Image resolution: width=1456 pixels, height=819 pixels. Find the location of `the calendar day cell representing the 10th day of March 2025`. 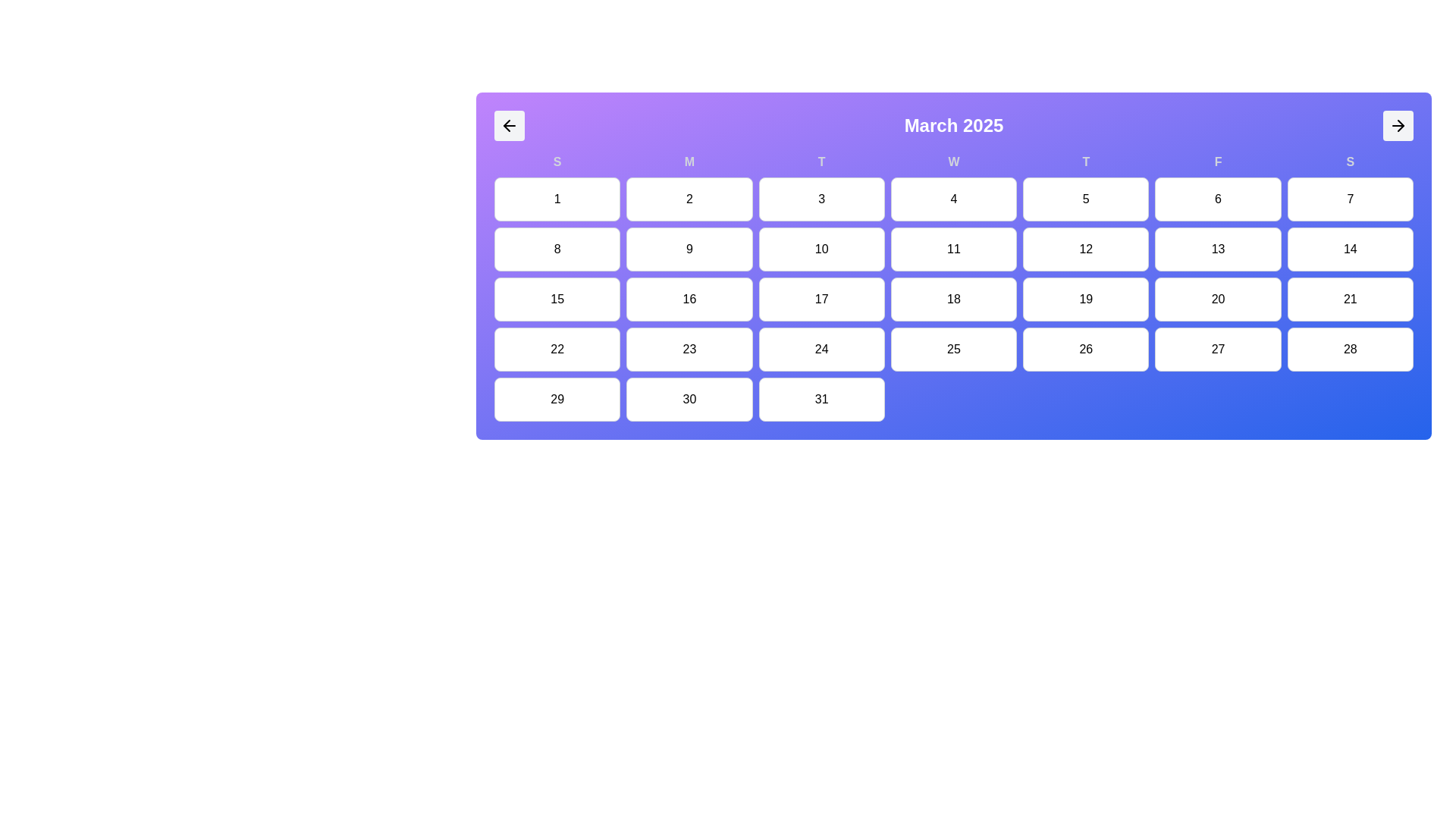

the calendar day cell representing the 10th day of March 2025 is located at coordinates (821, 248).